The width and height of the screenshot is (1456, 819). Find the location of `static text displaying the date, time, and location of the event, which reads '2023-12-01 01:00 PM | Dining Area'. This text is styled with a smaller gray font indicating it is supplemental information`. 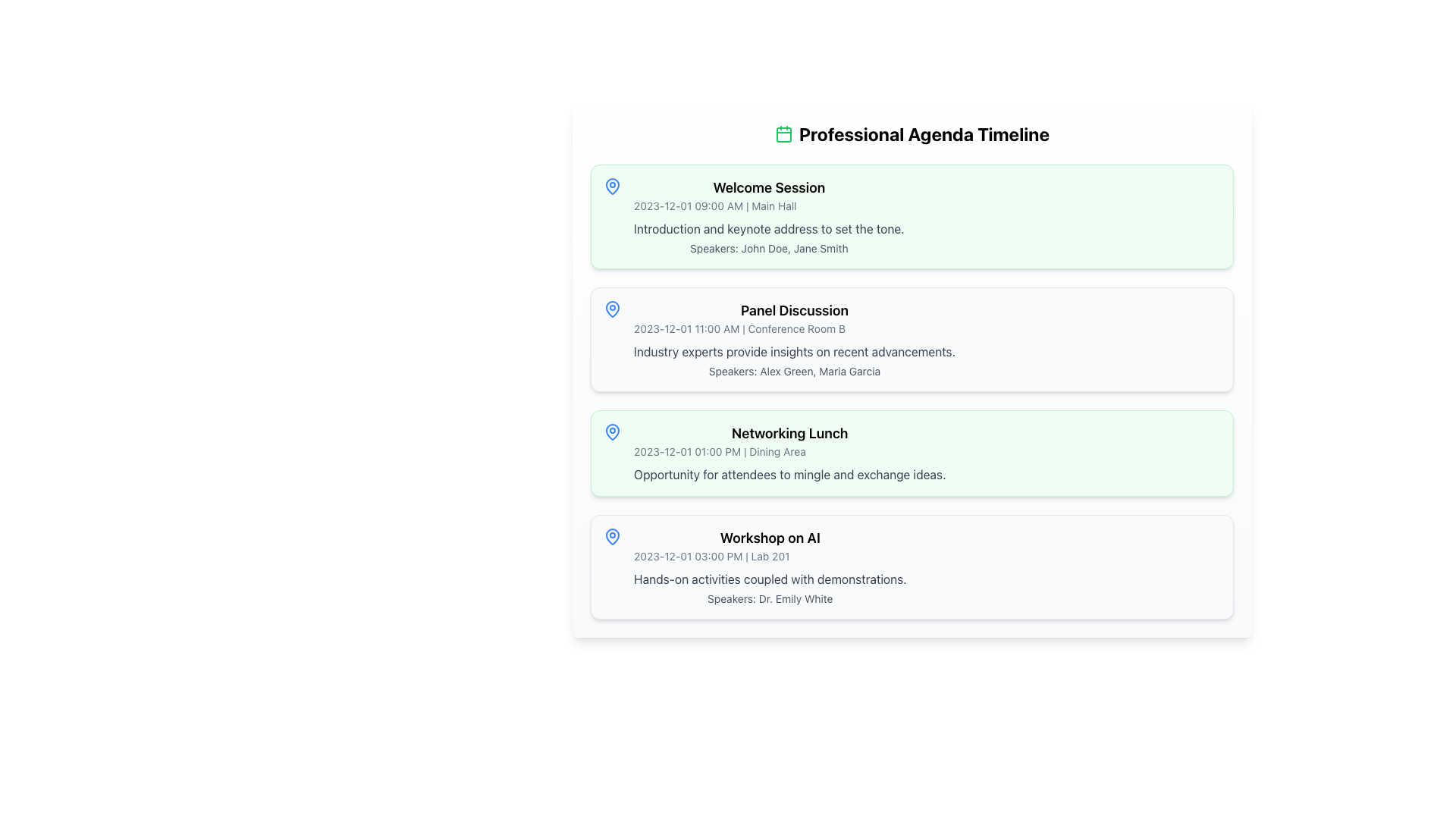

static text displaying the date, time, and location of the event, which reads '2023-12-01 01:00 PM | Dining Area'. This text is styled with a smaller gray font indicating it is supplemental information is located at coordinates (789, 451).